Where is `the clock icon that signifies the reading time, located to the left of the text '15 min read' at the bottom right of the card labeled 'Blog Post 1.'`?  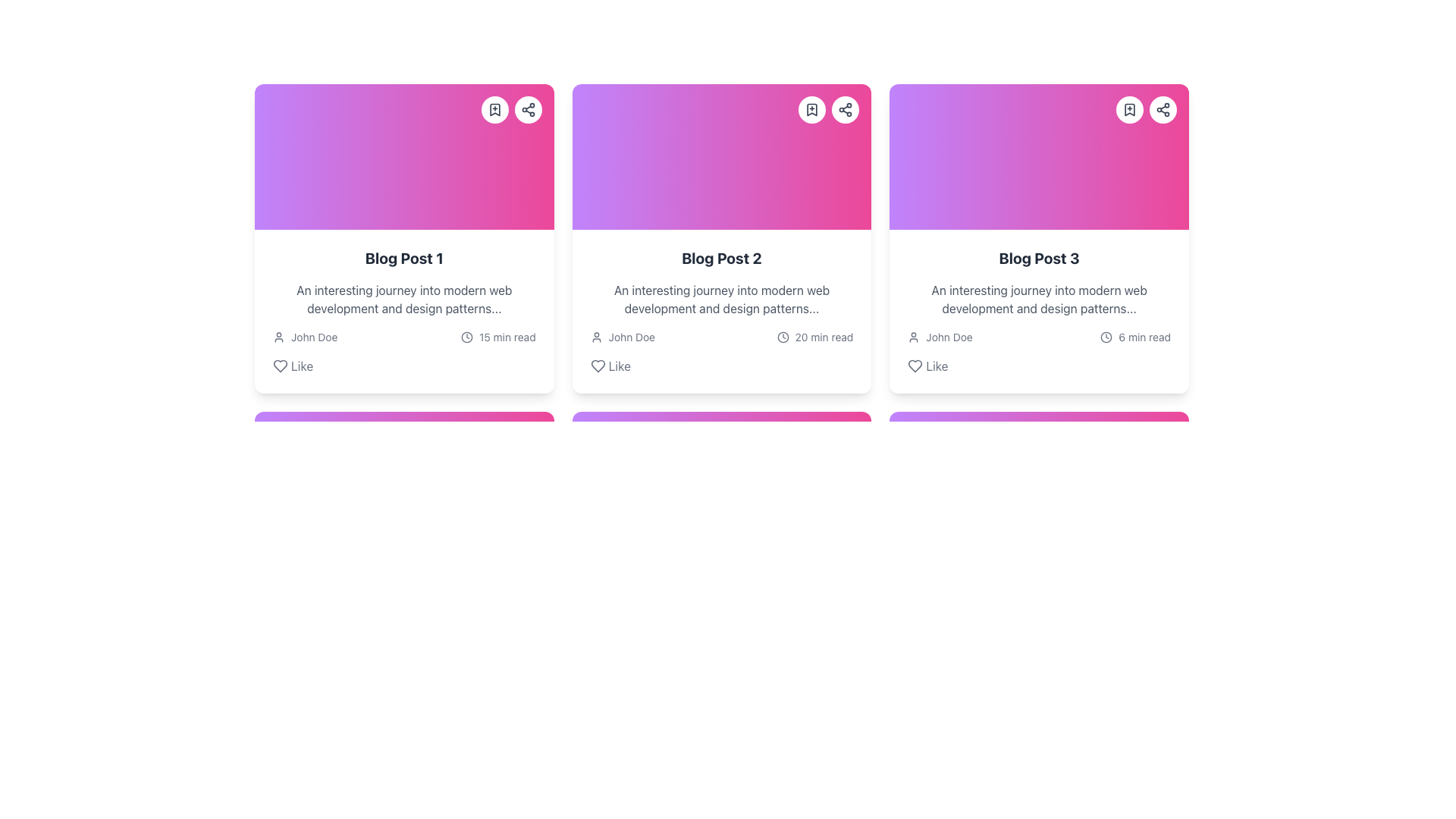 the clock icon that signifies the reading time, located to the left of the text '15 min read' at the bottom right of the card labeled 'Blog Post 1.' is located at coordinates (466, 336).